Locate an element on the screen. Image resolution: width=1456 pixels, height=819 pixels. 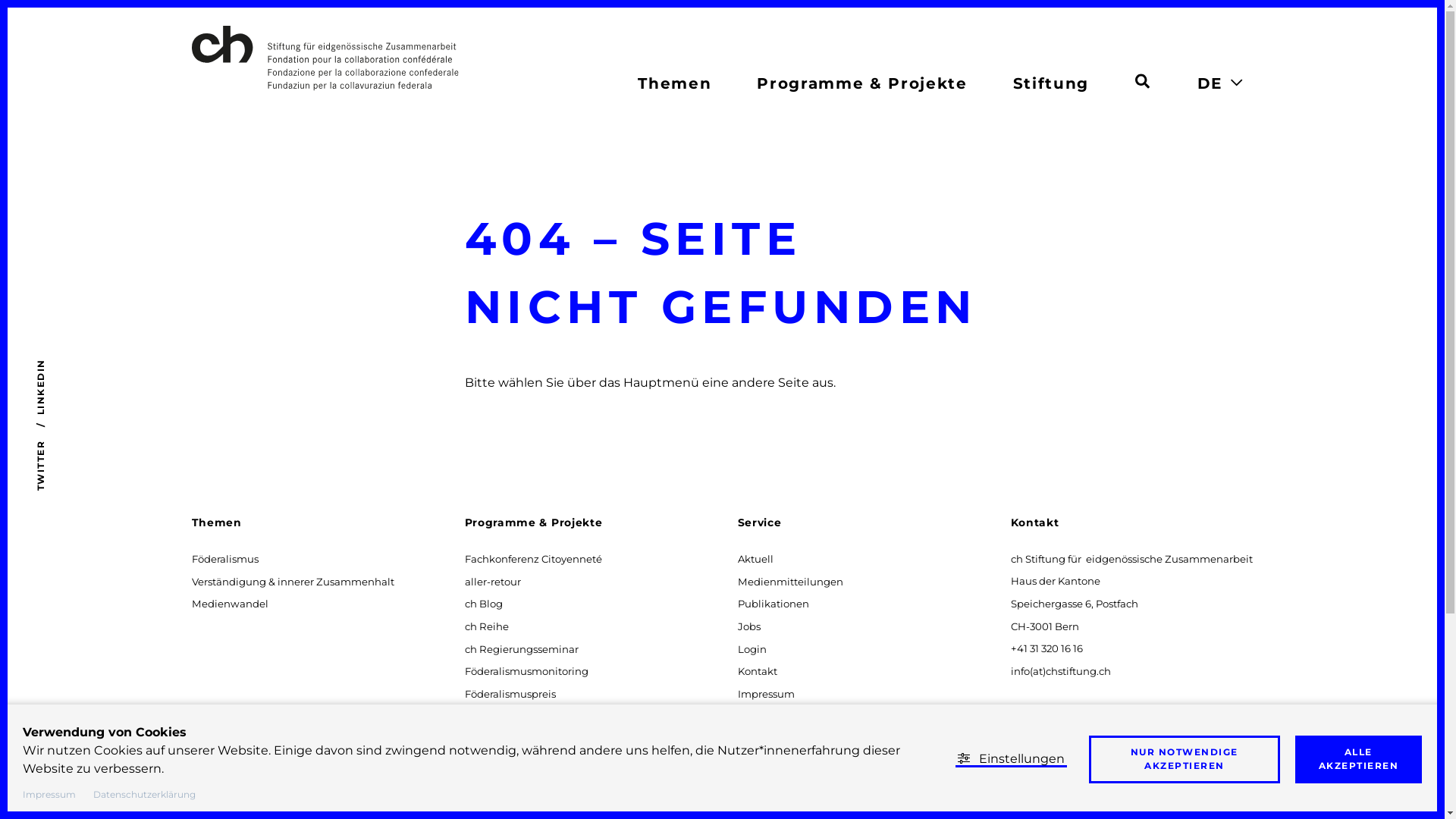
'Suche' is located at coordinates (1141, 78).